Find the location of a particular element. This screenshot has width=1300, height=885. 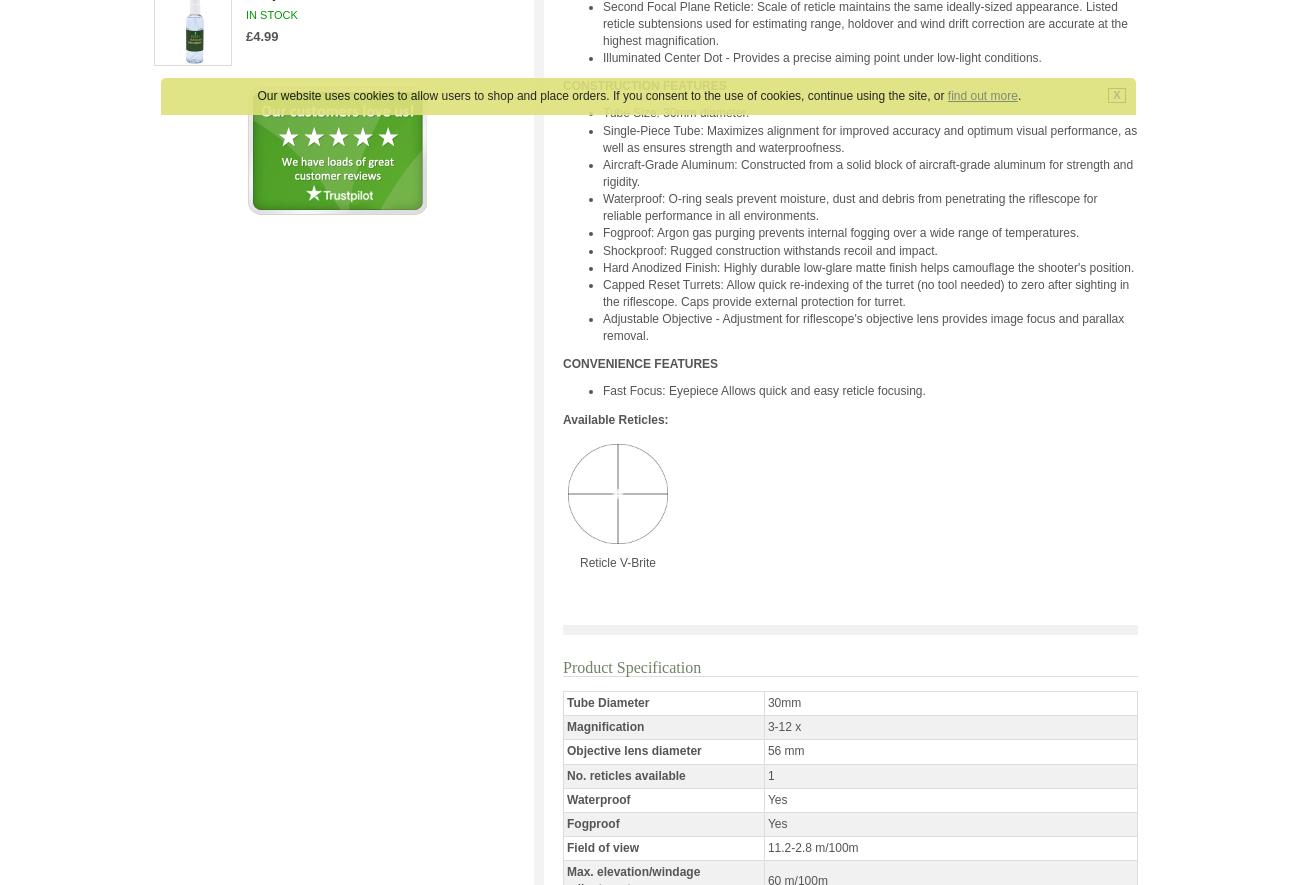

'Objective lens diameter' is located at coordinates (634, 751).